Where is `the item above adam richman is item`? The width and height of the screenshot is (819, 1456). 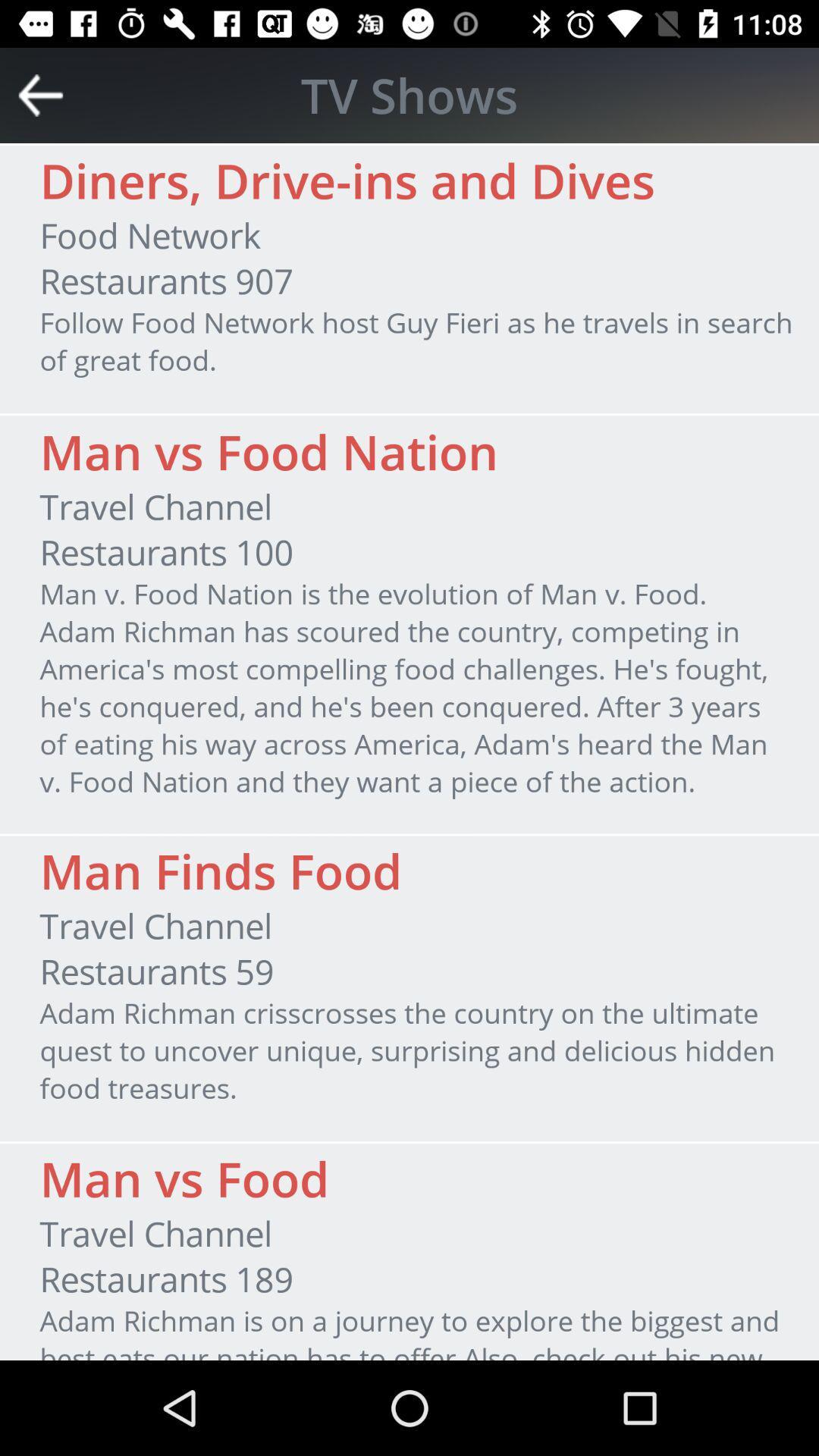
the item above adam richman is item is located at coordinates (166, 1278).